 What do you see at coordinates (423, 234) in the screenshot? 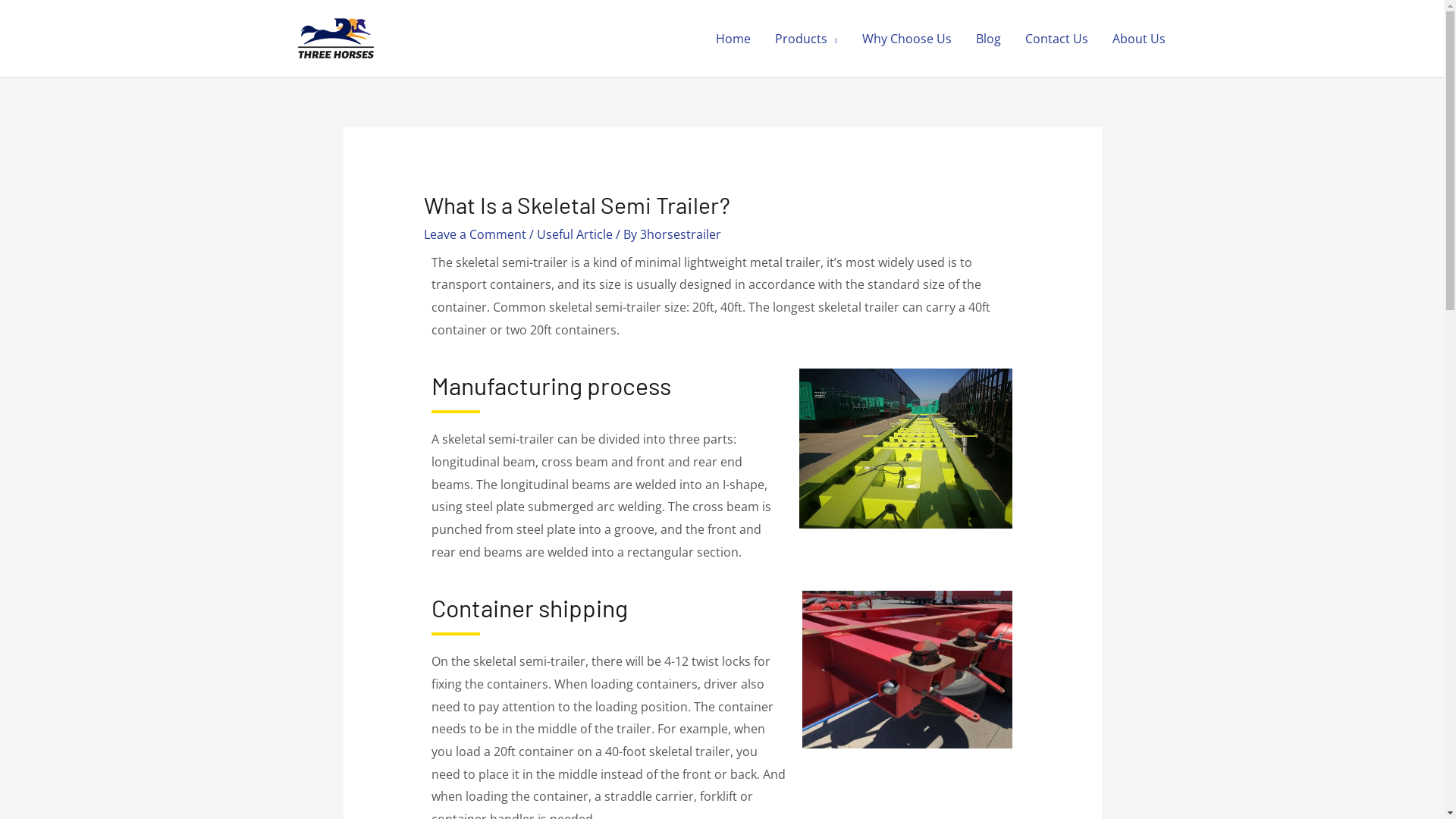
I see `'Leave a Comment'` at bounding box center [423, 234].